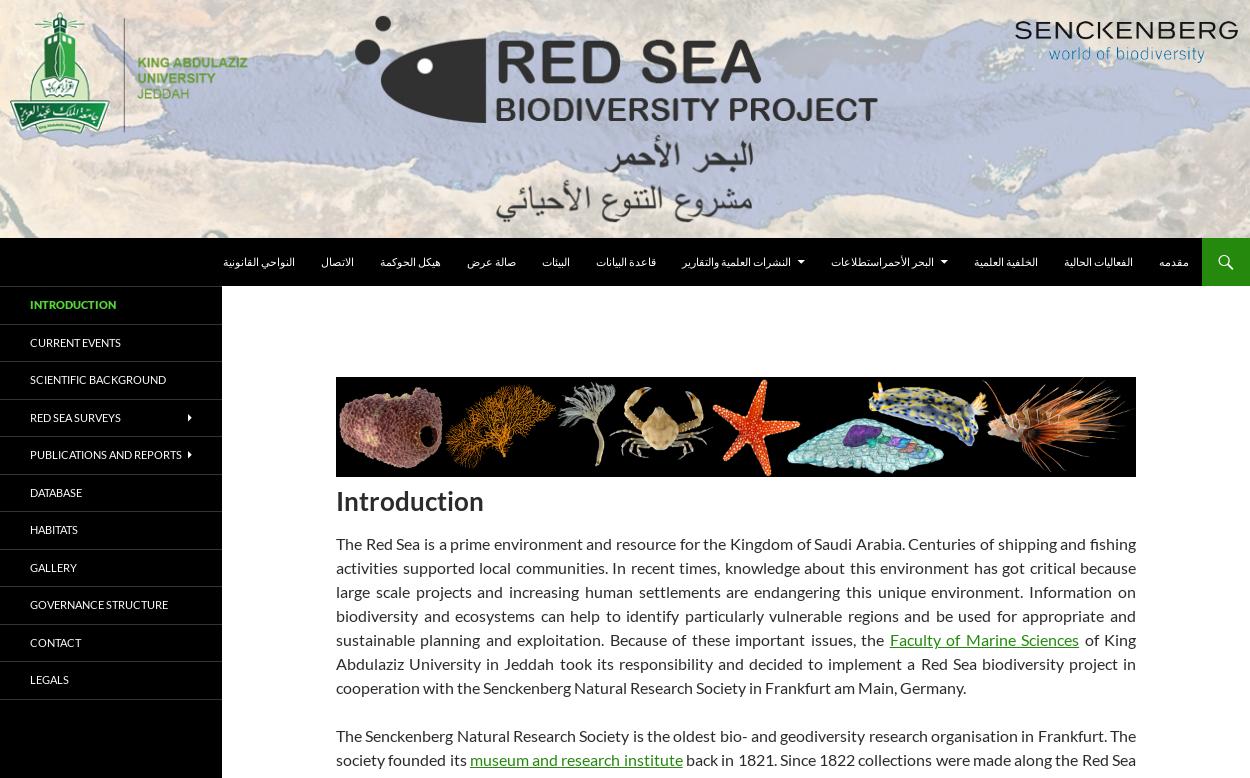 This screenshot has width=1250, height=778. What do you see at coordinates (97, 378) in the screenshot?
I see `'Scientific Background'` at bounding box center [97, 378].